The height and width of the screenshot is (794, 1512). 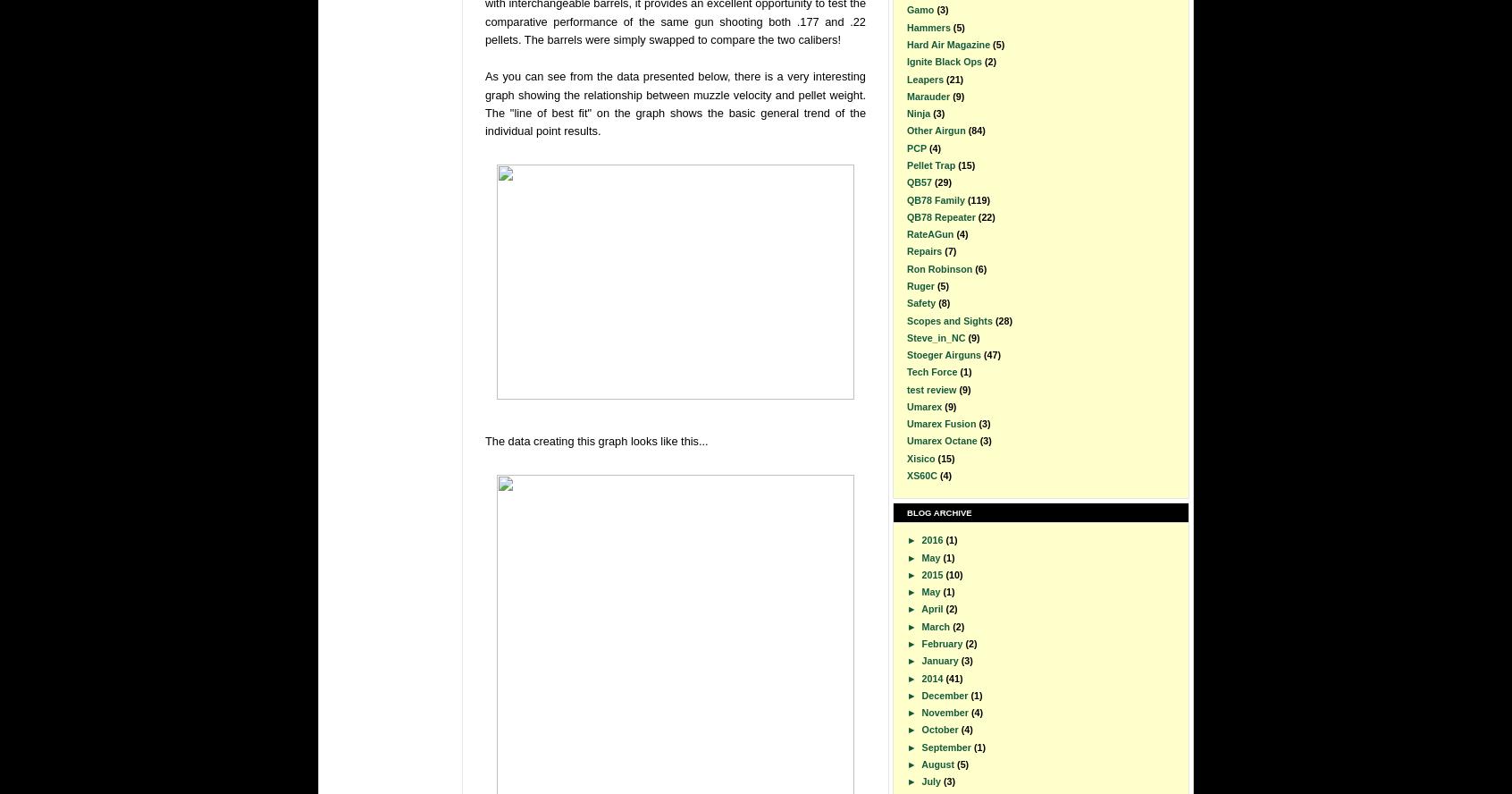 What do you see at coordinates (943, 303) in the screenshot?
I see `'(8)'` at bounding box center [943, 303].